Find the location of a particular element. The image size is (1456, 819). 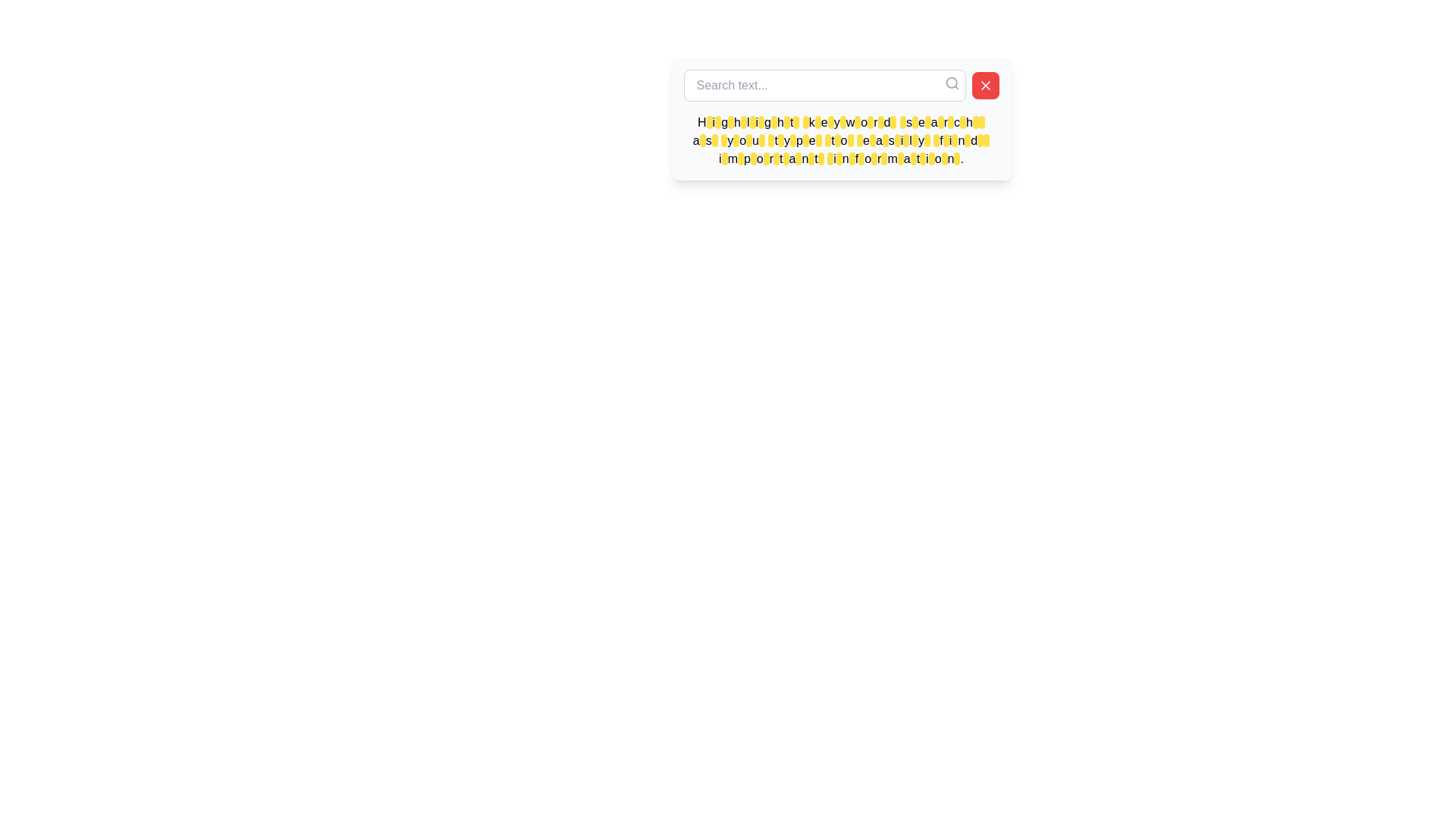

the 15th yellow-highlighted segment within the explanatory text inside the tooltip, which serves as a visual highlight for a portion of the tooltip's information is located at coordinates (836, 140).